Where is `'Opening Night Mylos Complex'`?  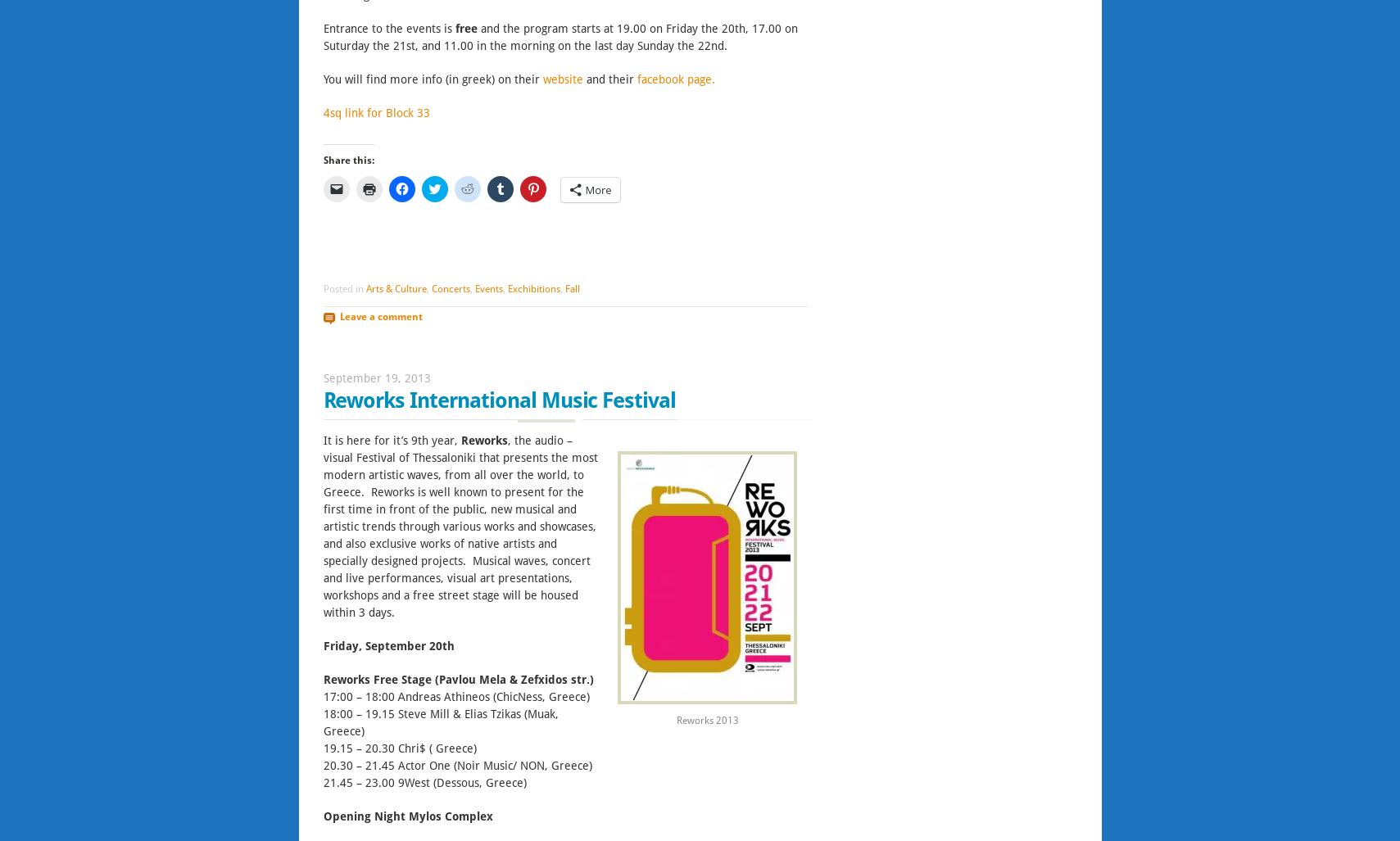
'Opening Night Mylos Complex' is located at coordinates (408, 814).